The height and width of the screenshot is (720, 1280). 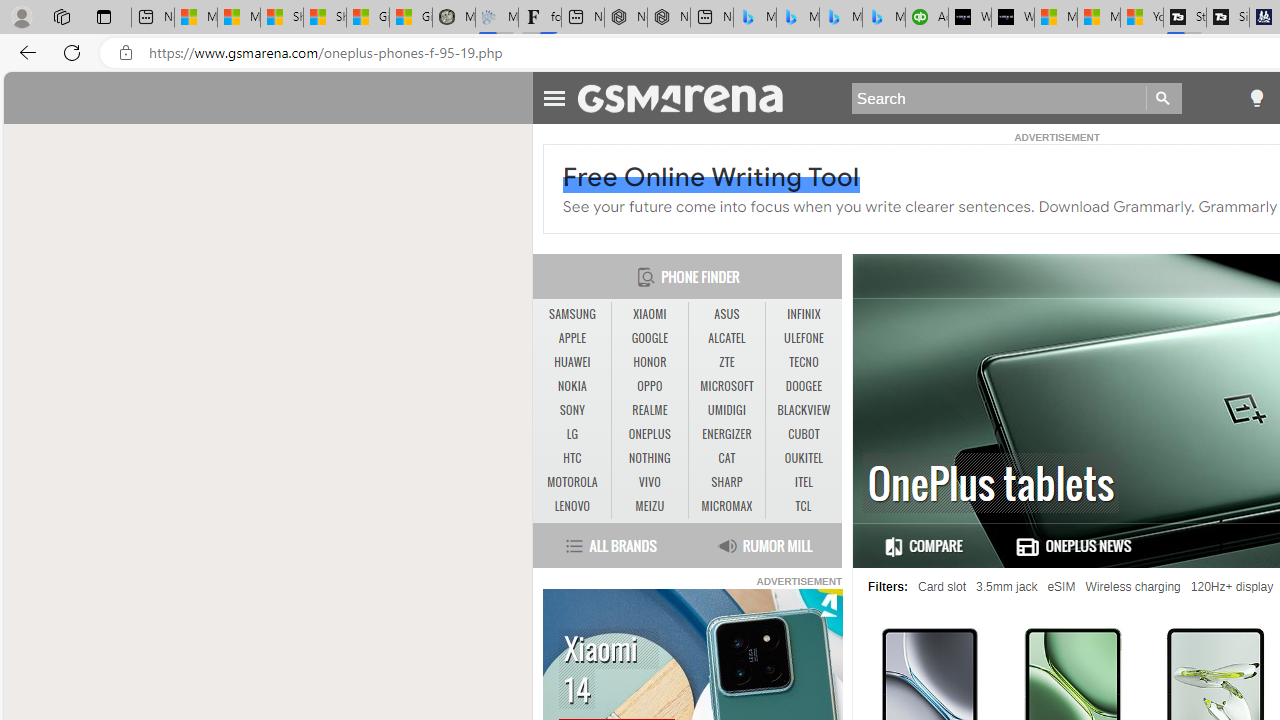 I want to click on 'Free Online Writing Tool', so click(x=711, y=176).